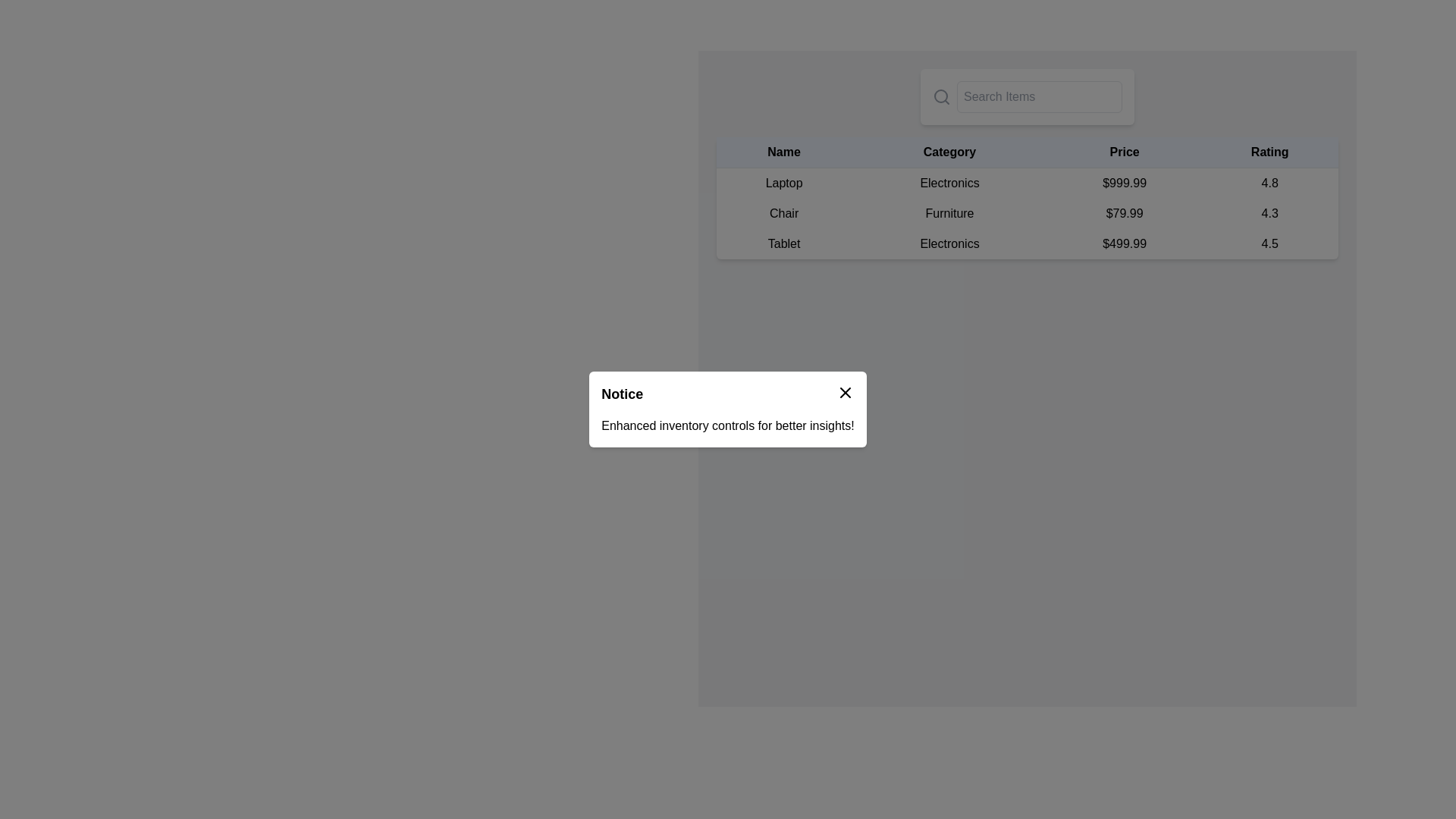  I want to click on the static text label indicating the 'Electronics' category, which is the second cell under the 'Category' column in the row that starts with the item 'Laptop', so click(949, 182).